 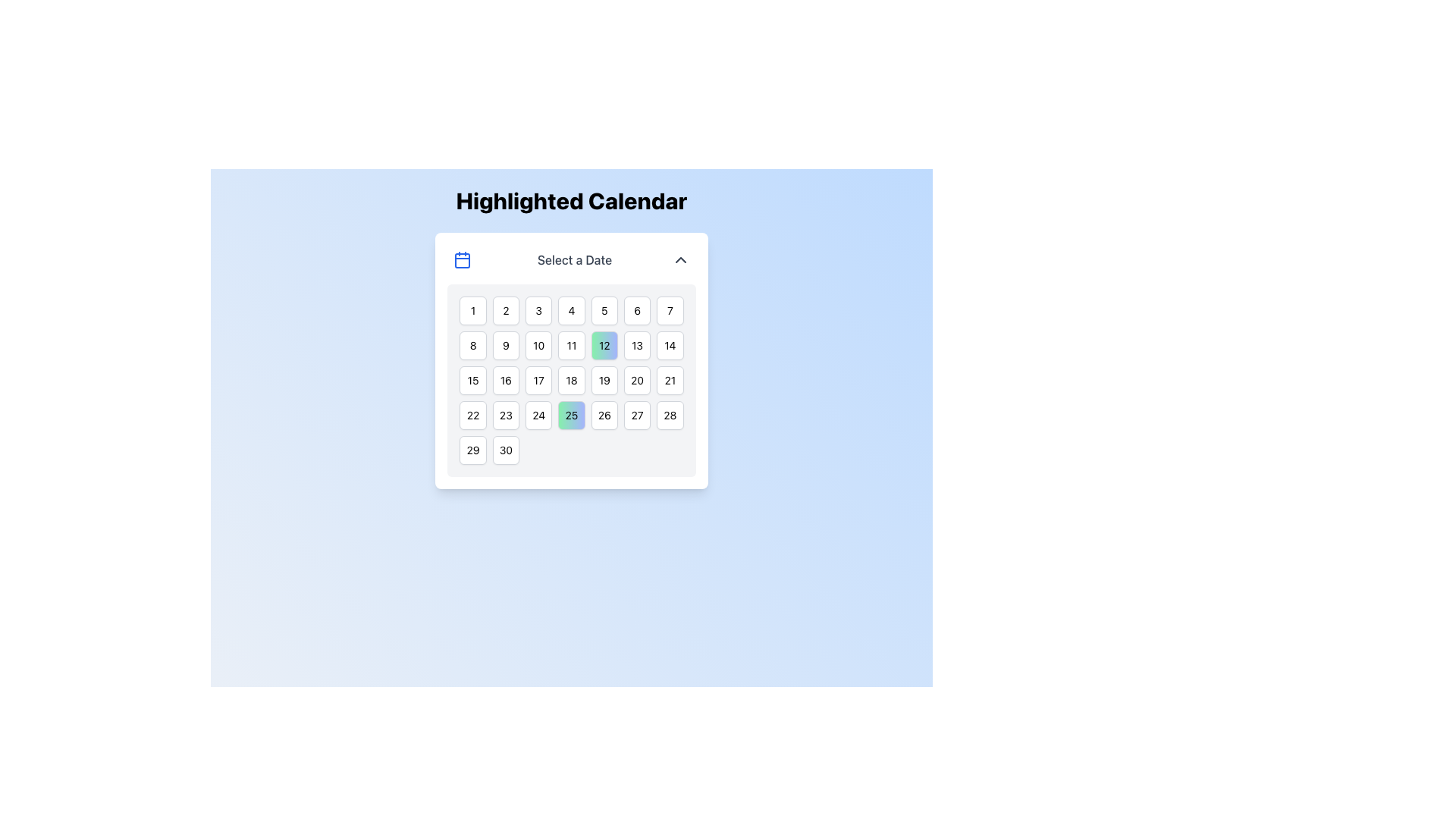 I want to click on the button representing the date '17' in the calendar grid, which has a white background and a thin gray border, so click(x=538, y=379).